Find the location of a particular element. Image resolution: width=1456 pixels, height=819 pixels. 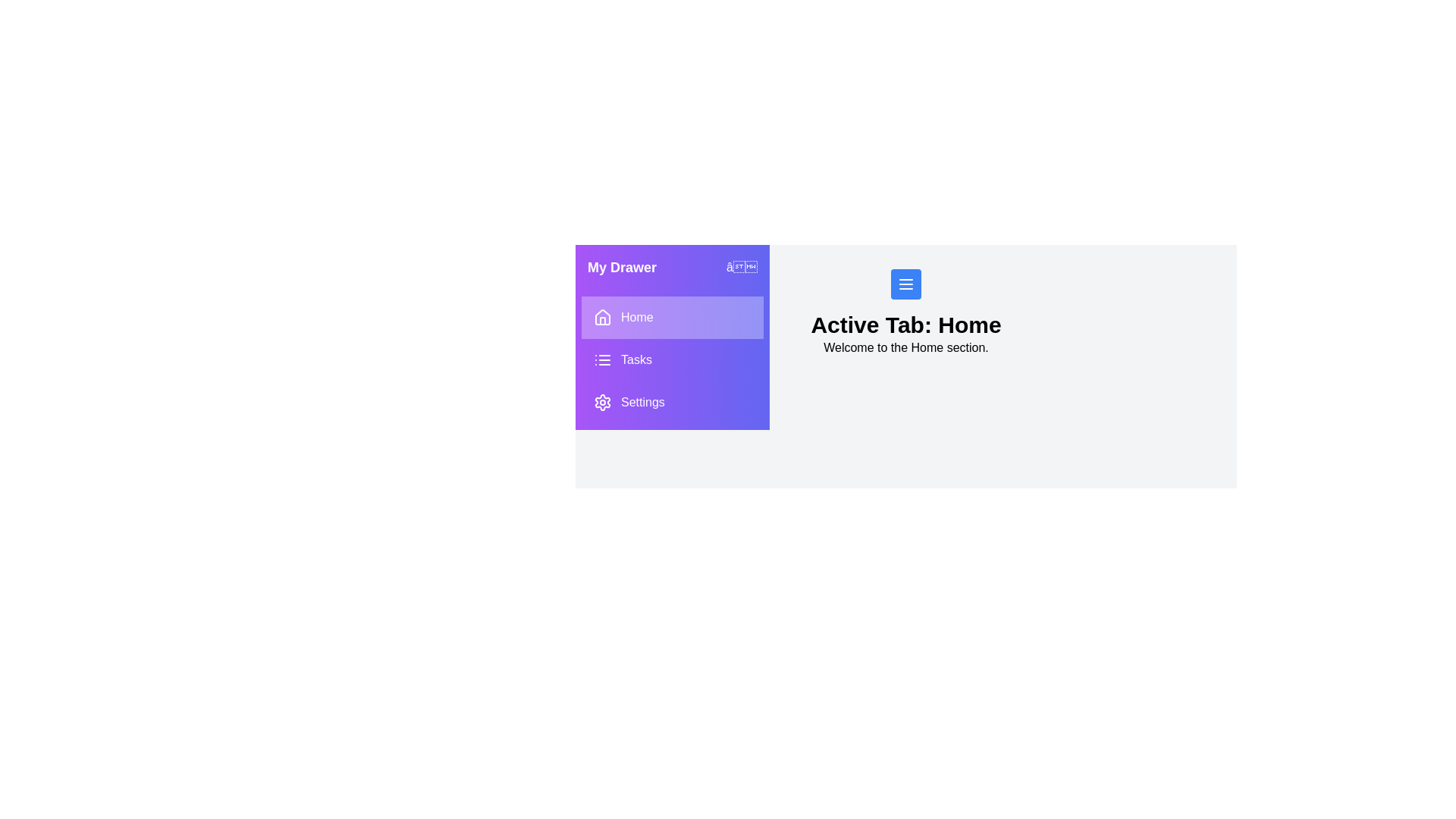

the close button to hide the drawer is located at coordinates (742, 267).